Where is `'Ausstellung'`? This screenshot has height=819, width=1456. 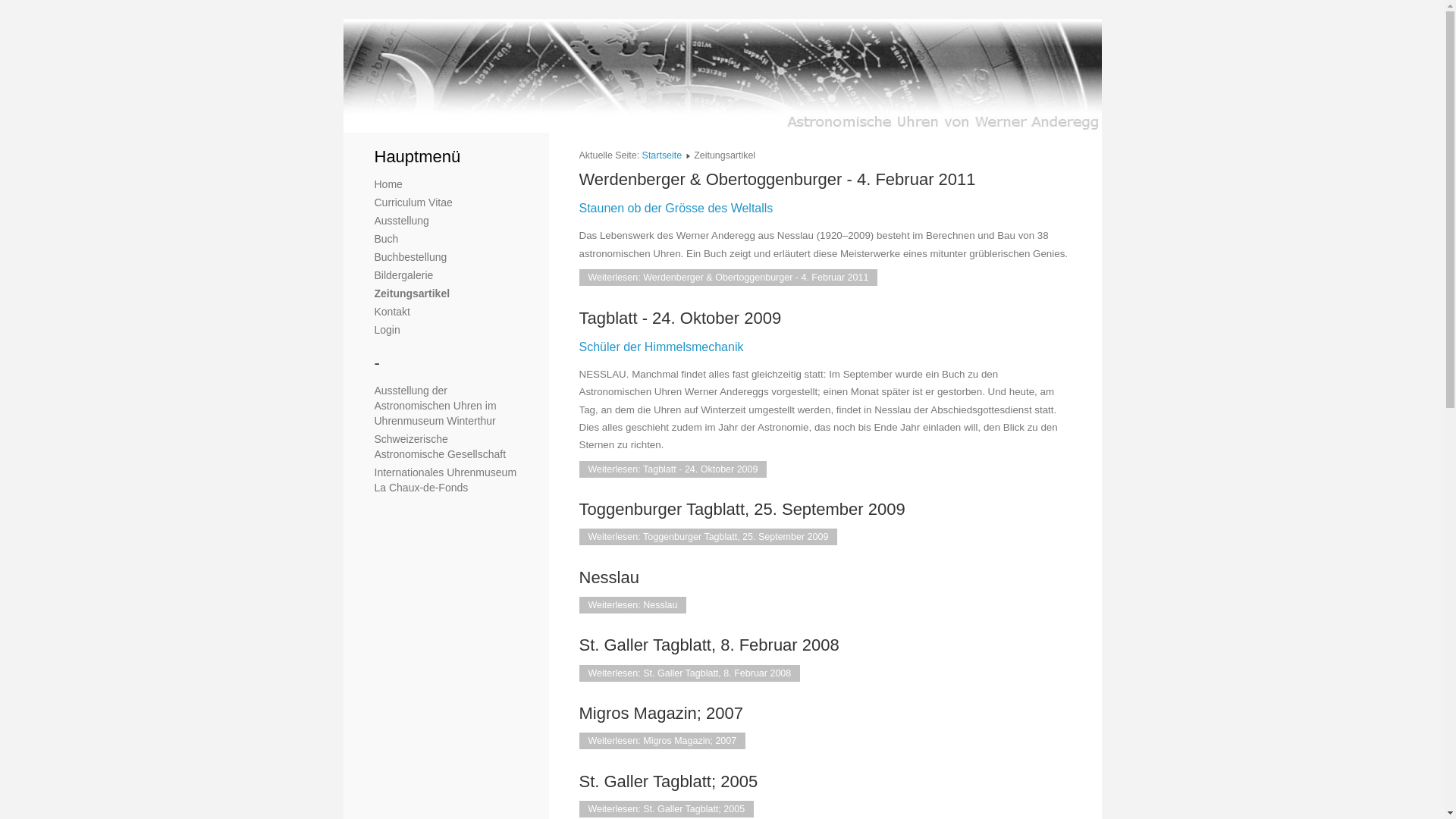
'Ausstellung' is located at coordinates (401, 220).